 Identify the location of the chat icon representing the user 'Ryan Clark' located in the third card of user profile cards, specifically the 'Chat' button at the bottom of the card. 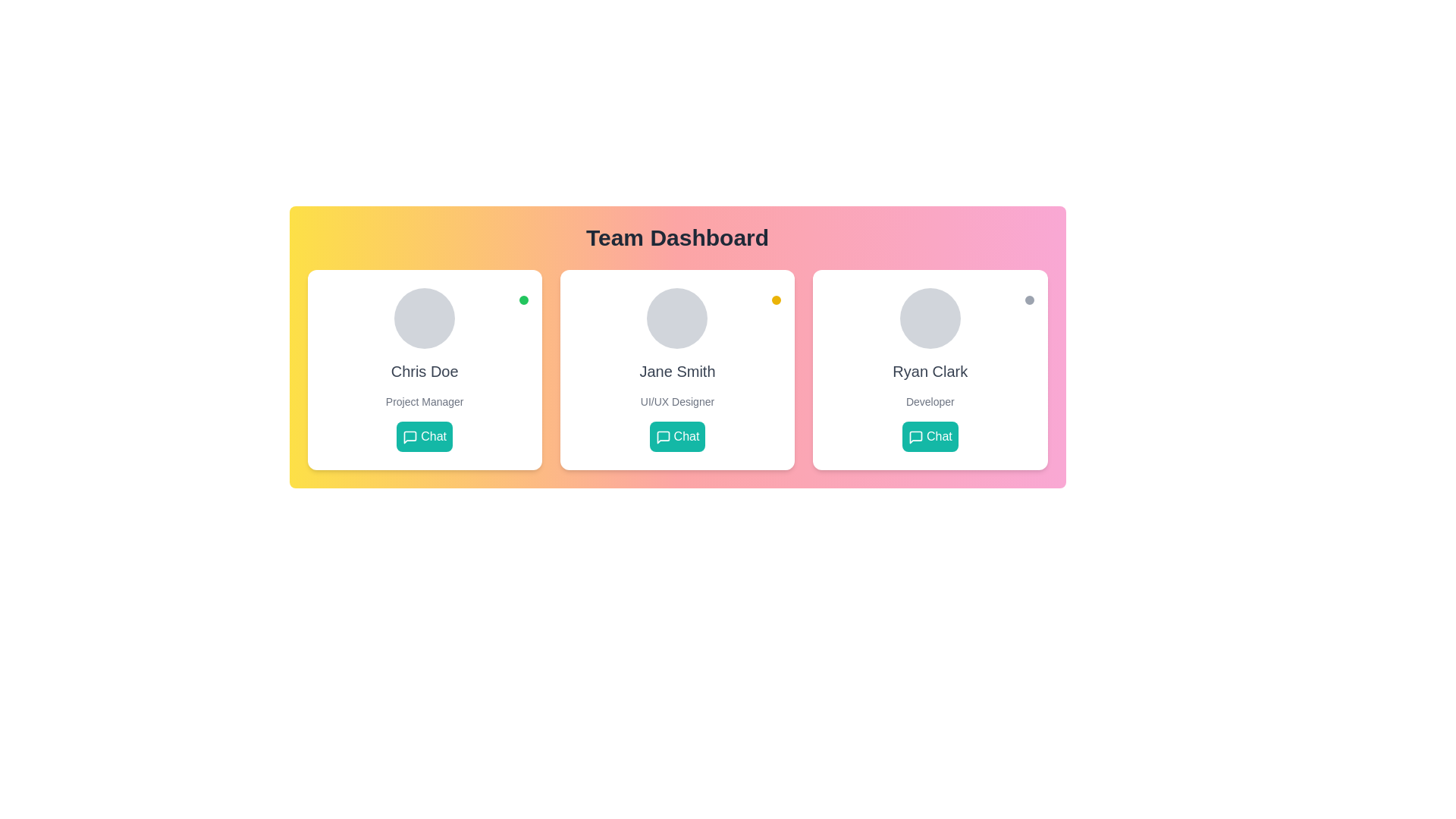
(915, 437).